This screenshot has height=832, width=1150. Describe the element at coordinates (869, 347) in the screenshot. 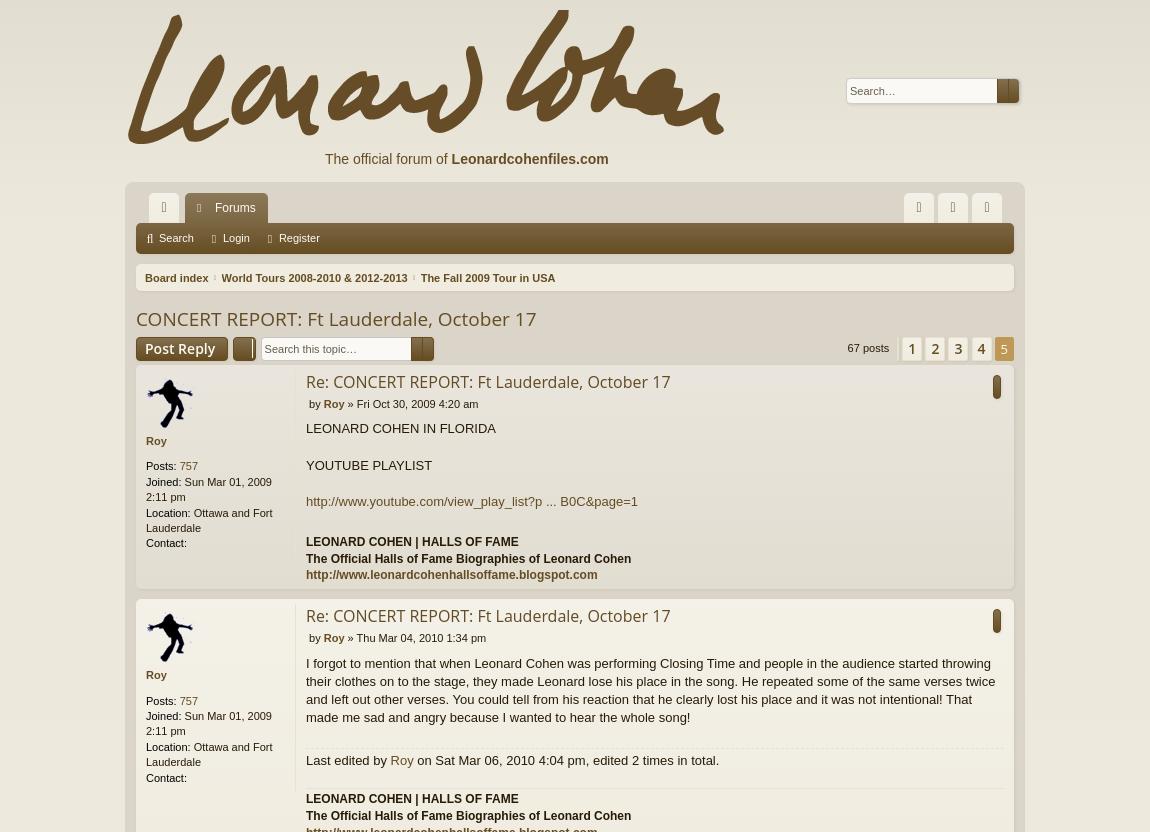

I see `'67 posts'` at that location.